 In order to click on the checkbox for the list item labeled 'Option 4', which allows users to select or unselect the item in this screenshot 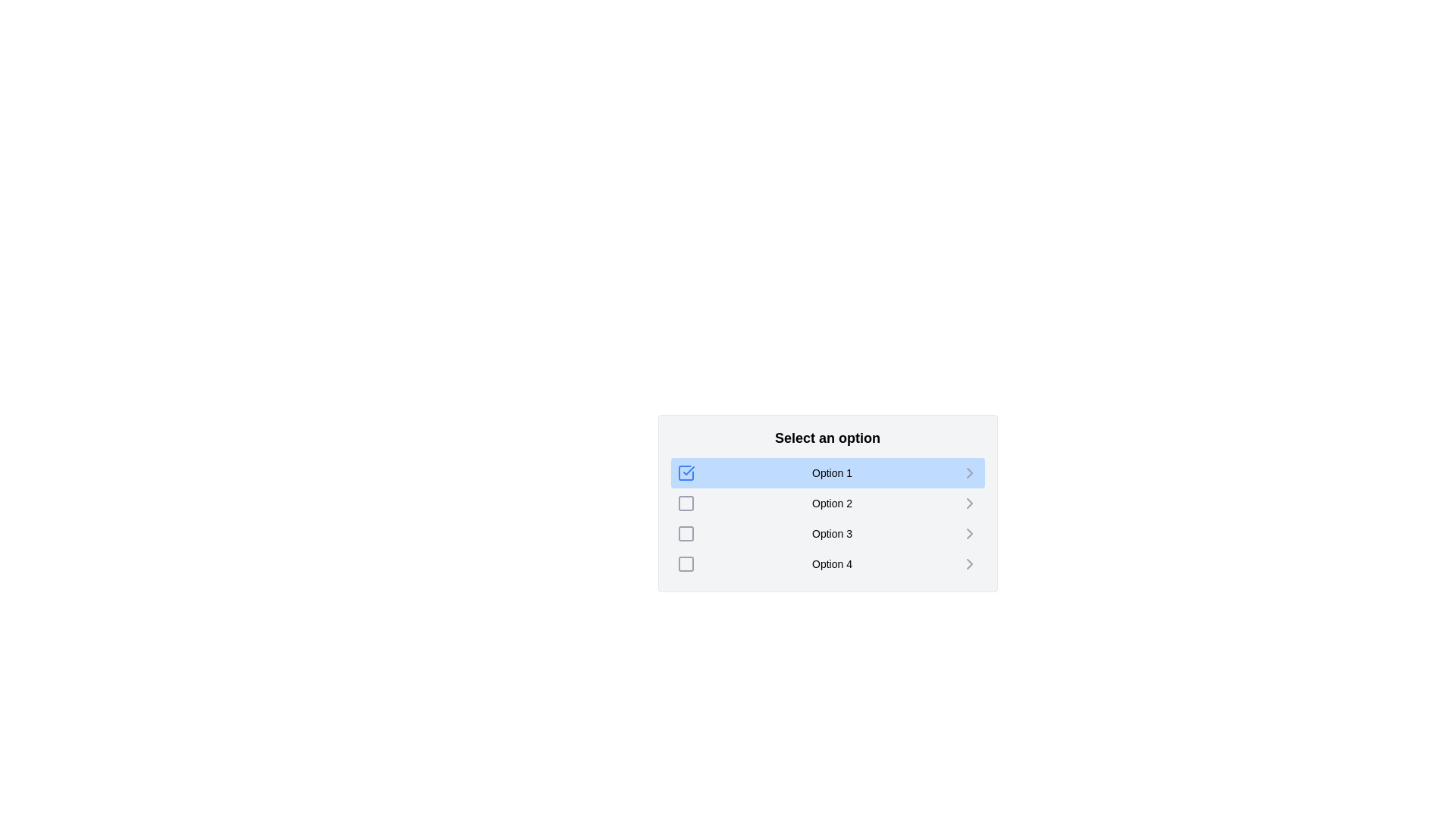, I will do `click(685, 564)`.